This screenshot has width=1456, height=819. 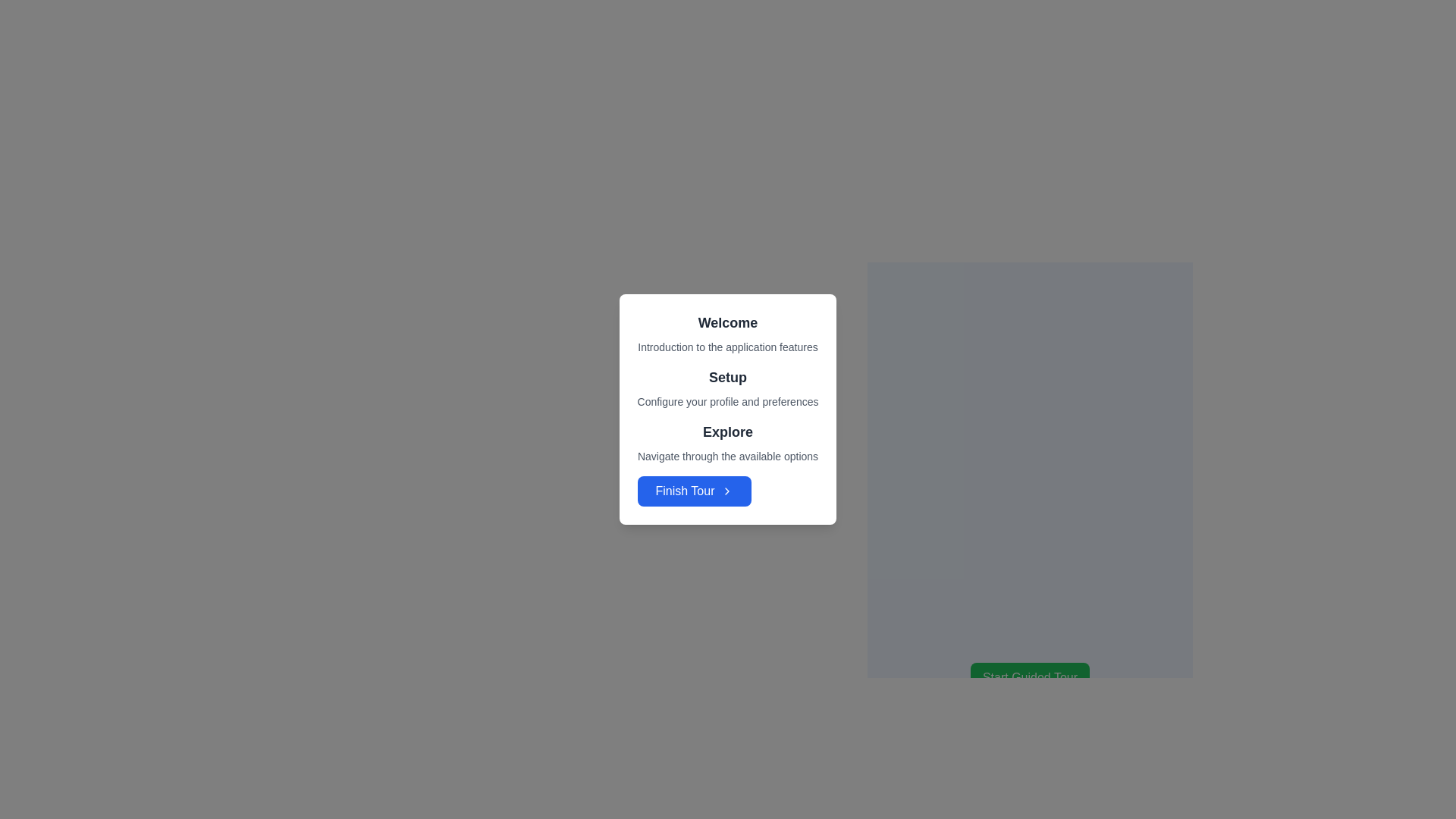 What do you see at coordinates (728, 388) in the screenshot?
I see `information displayed in the 'Setup' step description, which provides guidance on configuring the user's profile and preferences` at bounding box center [728, 388].